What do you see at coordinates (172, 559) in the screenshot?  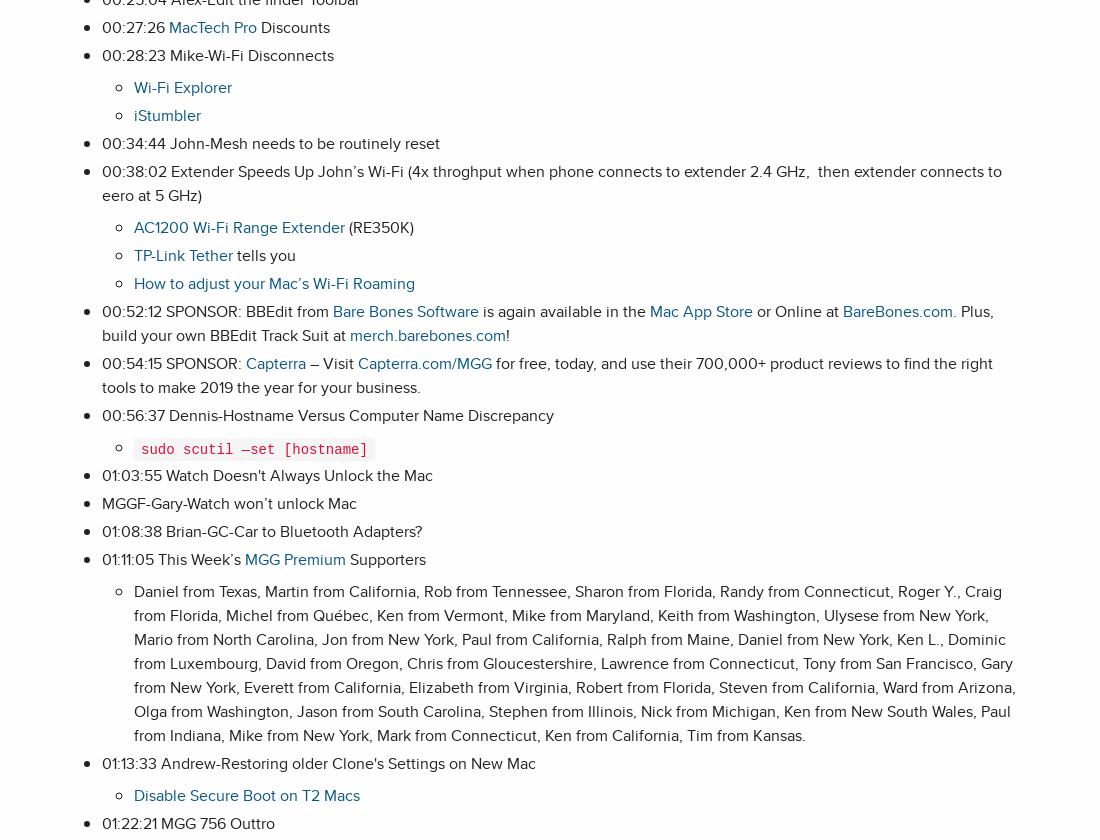 I see `'01:11:05 This Week’s'` at bounding box center [172, 559].